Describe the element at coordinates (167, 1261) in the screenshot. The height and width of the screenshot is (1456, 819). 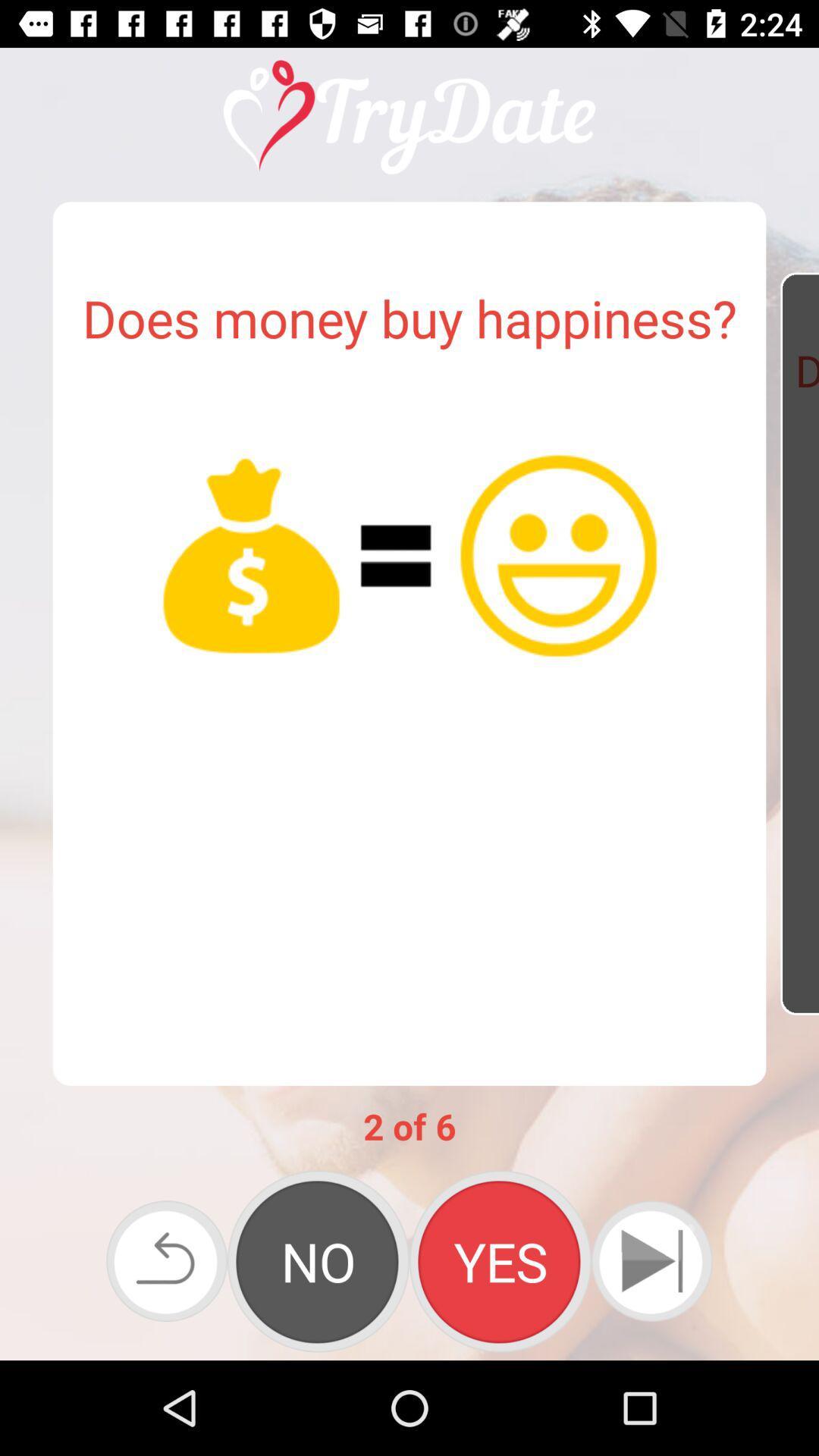
I see `previous page` at that location.